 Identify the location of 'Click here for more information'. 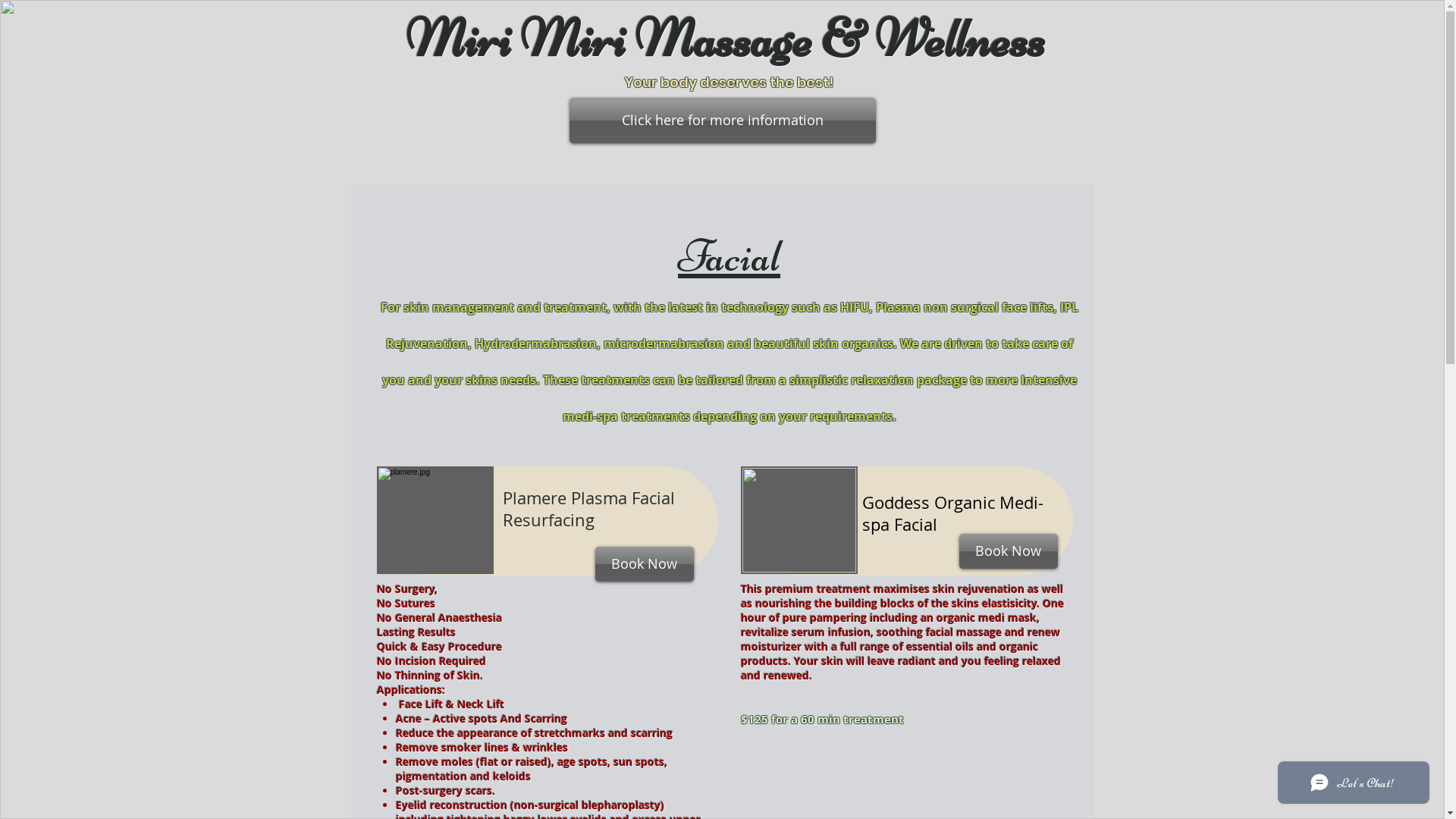
(567, 119).